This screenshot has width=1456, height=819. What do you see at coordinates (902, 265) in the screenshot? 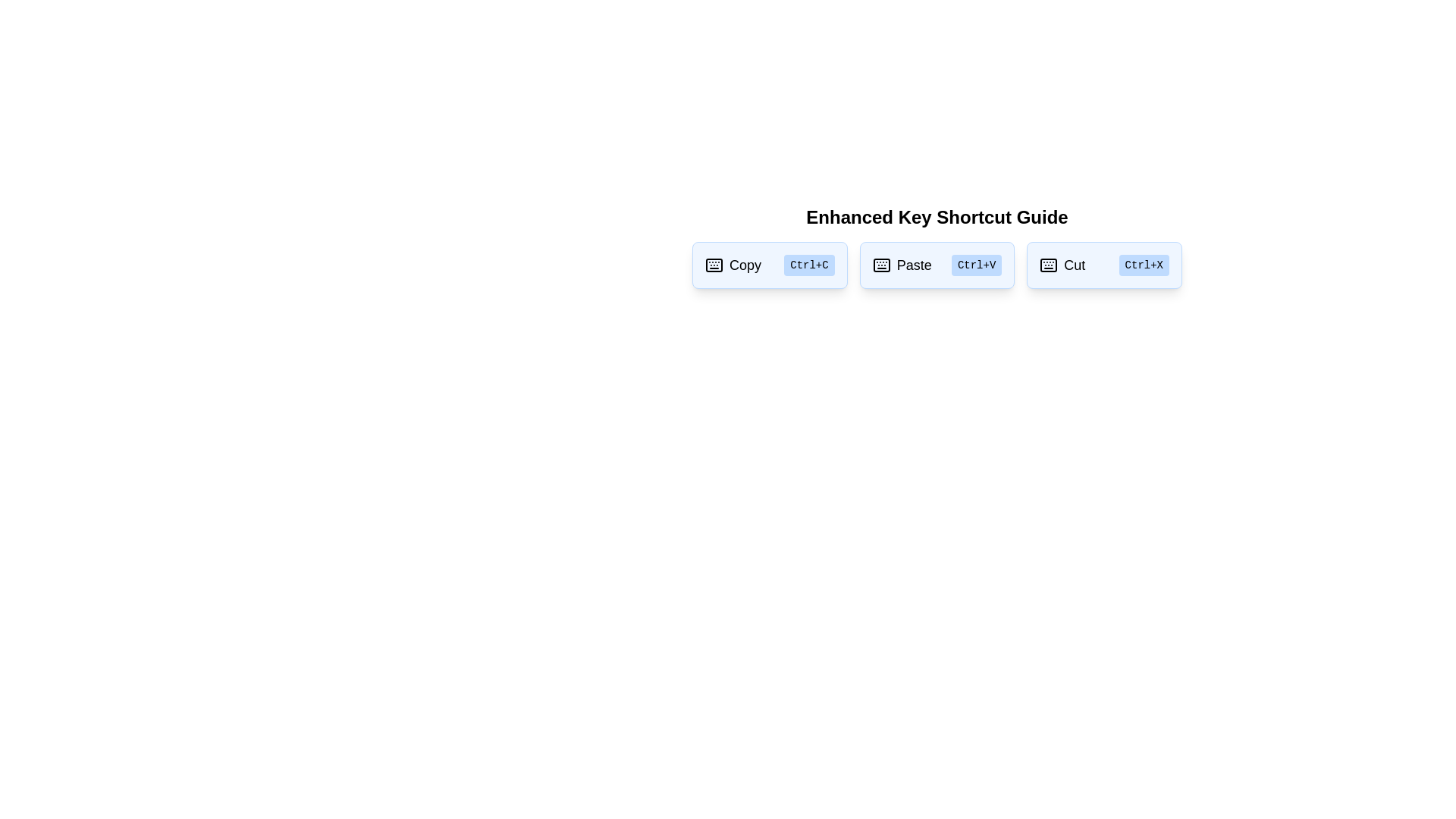
I see `the Paste text label and its associated icon, which indicates the functionality for pasting content, located between the Copy and Cut buttons` at bounding box center [902, 265].